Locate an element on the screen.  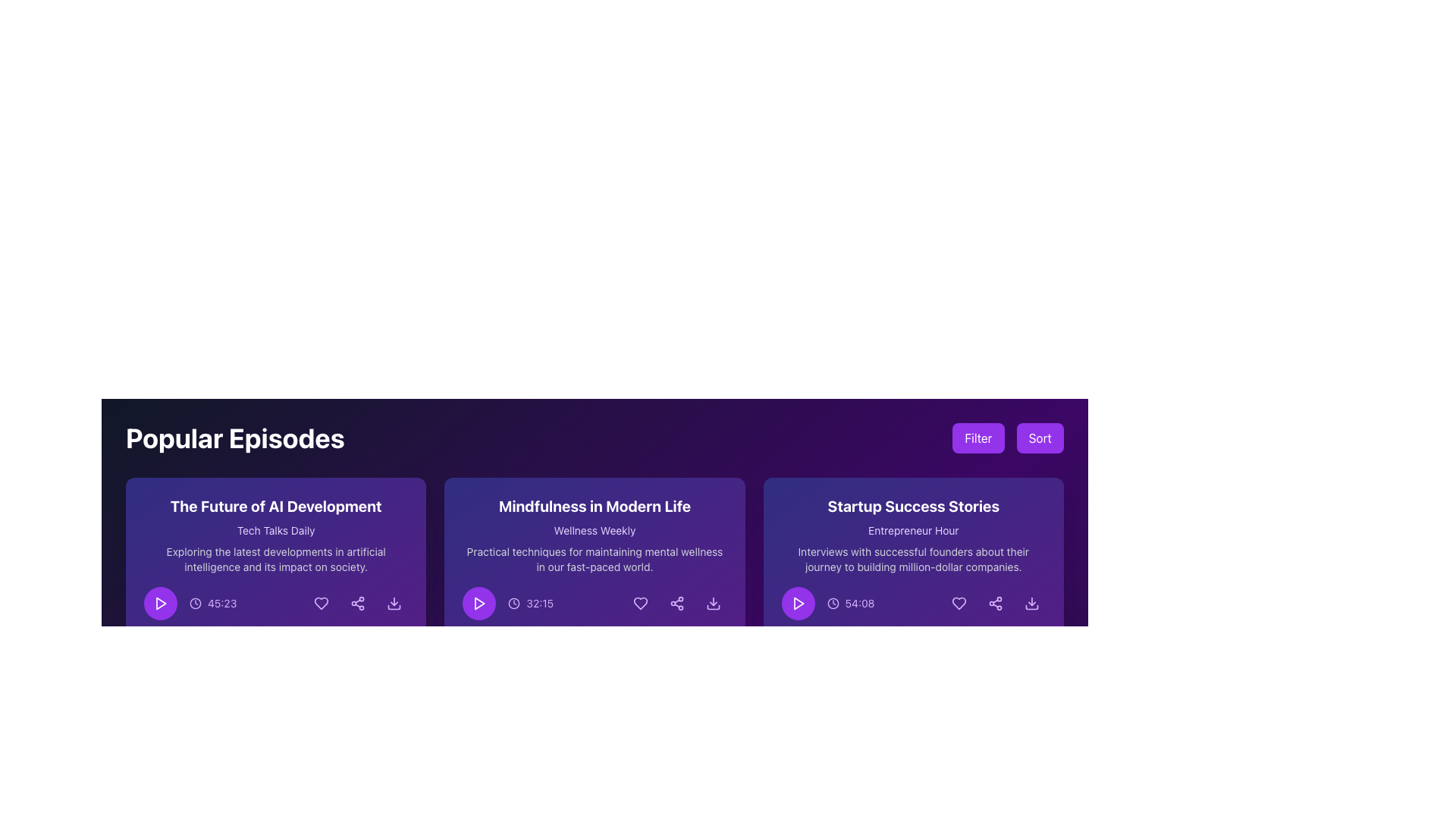
the download icon button, which is a small purple icon with a downward-pointing arrow located in the bottom-right corner of the 'Mindfulness in Modern Life' card is located at coordinates (712, 602).